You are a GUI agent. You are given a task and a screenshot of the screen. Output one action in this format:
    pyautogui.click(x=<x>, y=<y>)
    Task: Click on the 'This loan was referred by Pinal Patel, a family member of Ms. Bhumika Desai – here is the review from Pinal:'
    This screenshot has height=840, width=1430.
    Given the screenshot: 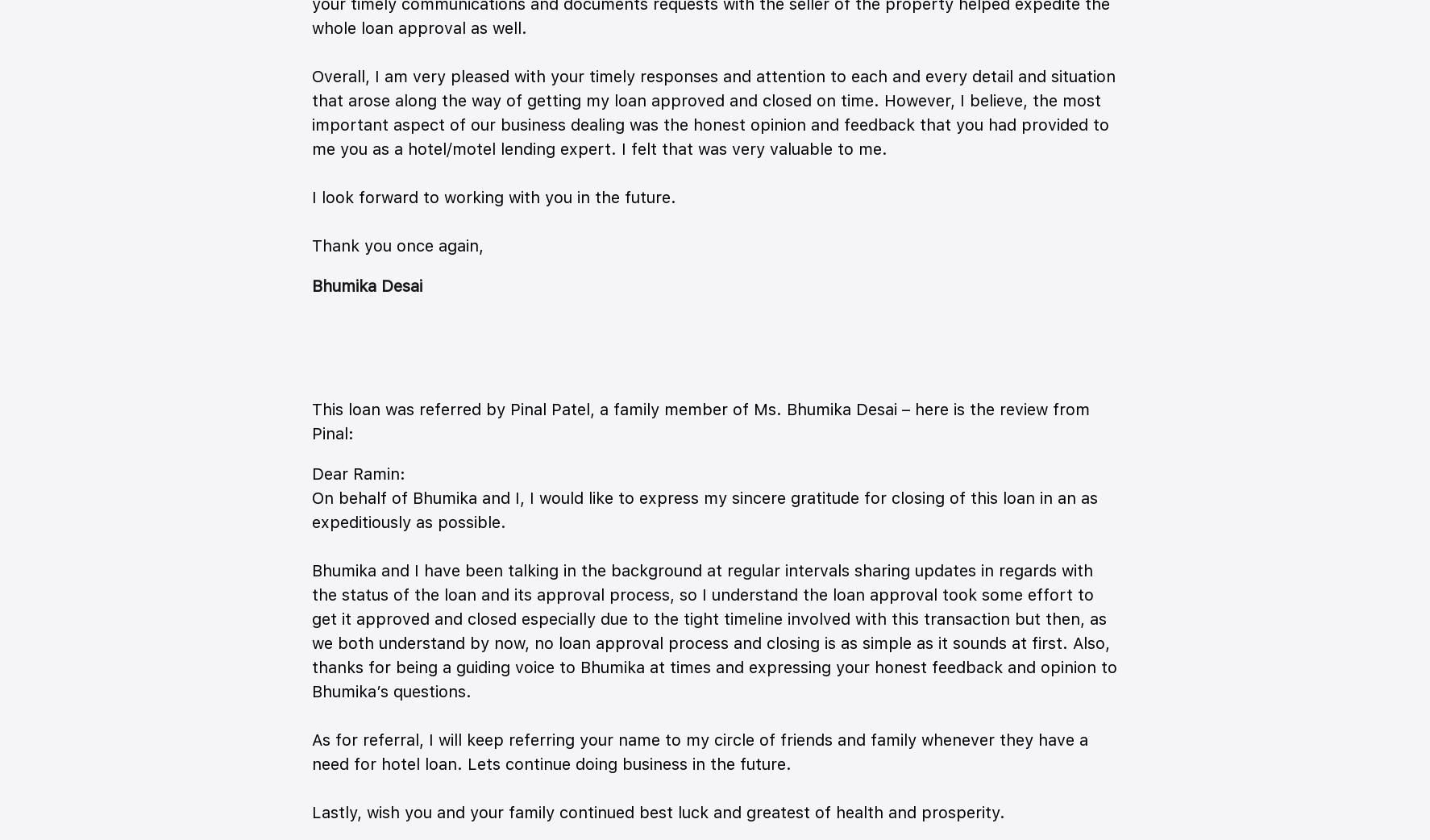 What is the action you would take?
    pyautogui.click(x=700, y=420)
    